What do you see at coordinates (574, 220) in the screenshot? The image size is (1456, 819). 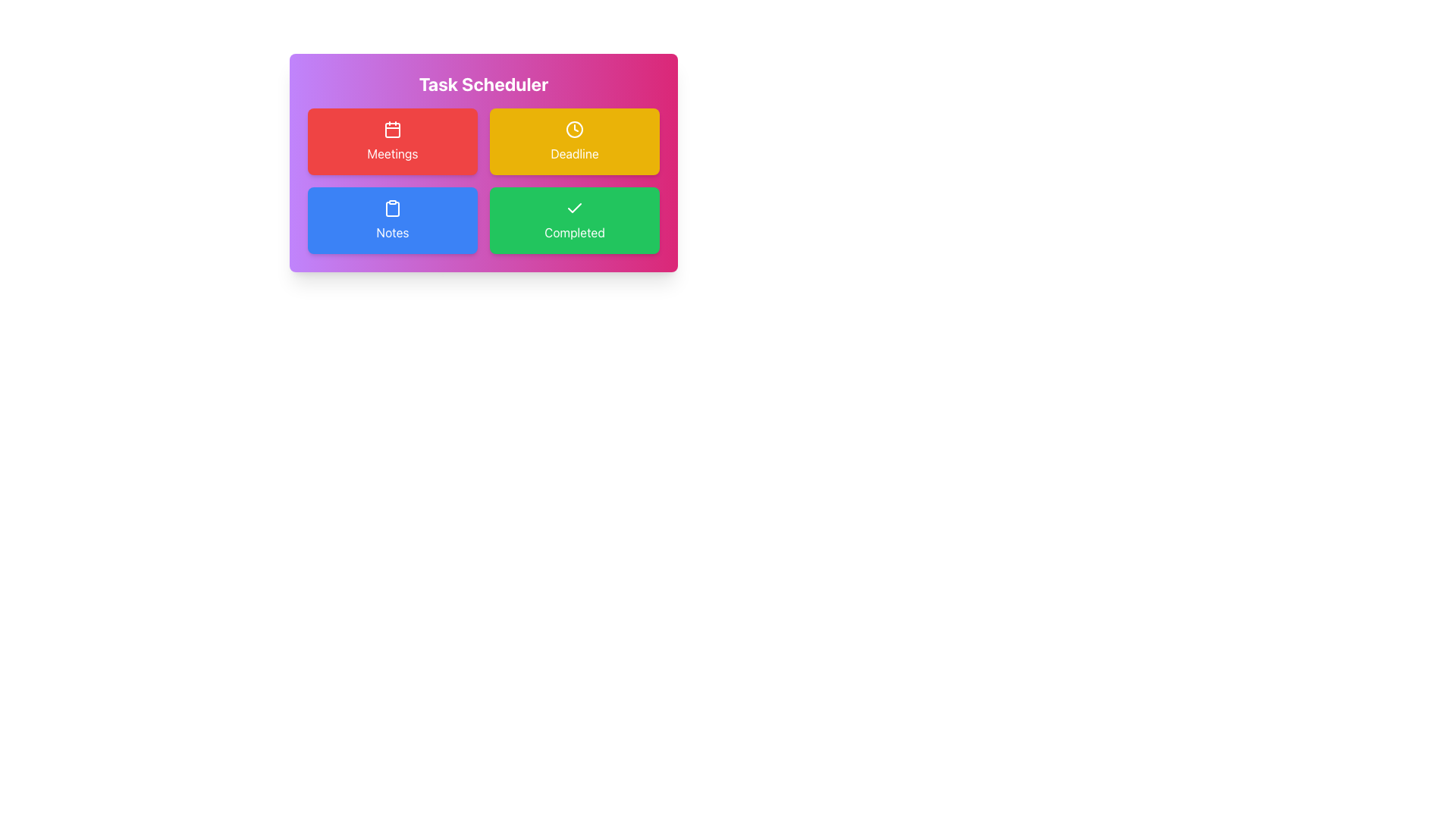 I see `the green 'Completed' button with white text and a check icon` at bounding box center [574, 220].